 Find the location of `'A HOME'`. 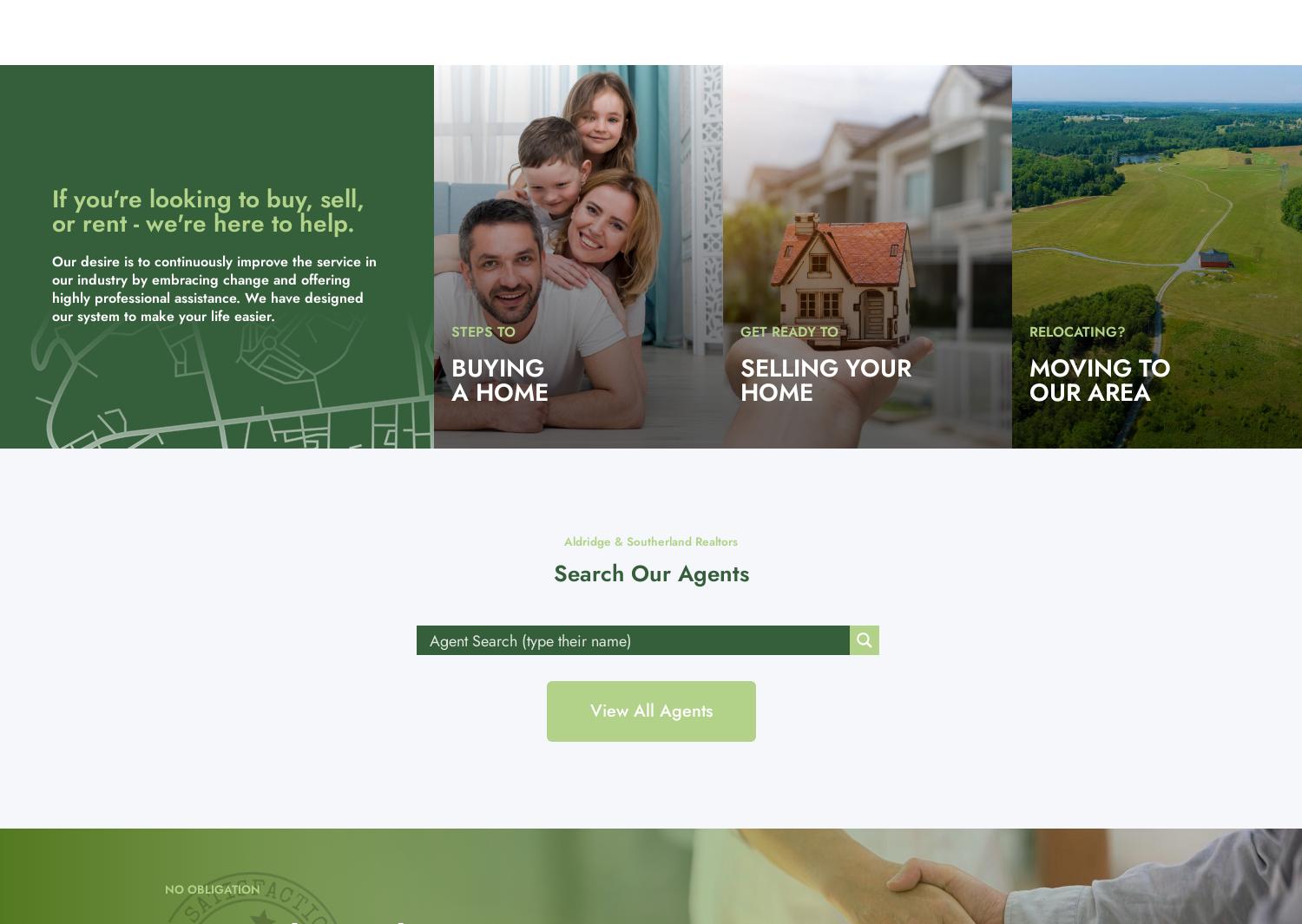

'A HOME' is located at coordinates (450, 391).